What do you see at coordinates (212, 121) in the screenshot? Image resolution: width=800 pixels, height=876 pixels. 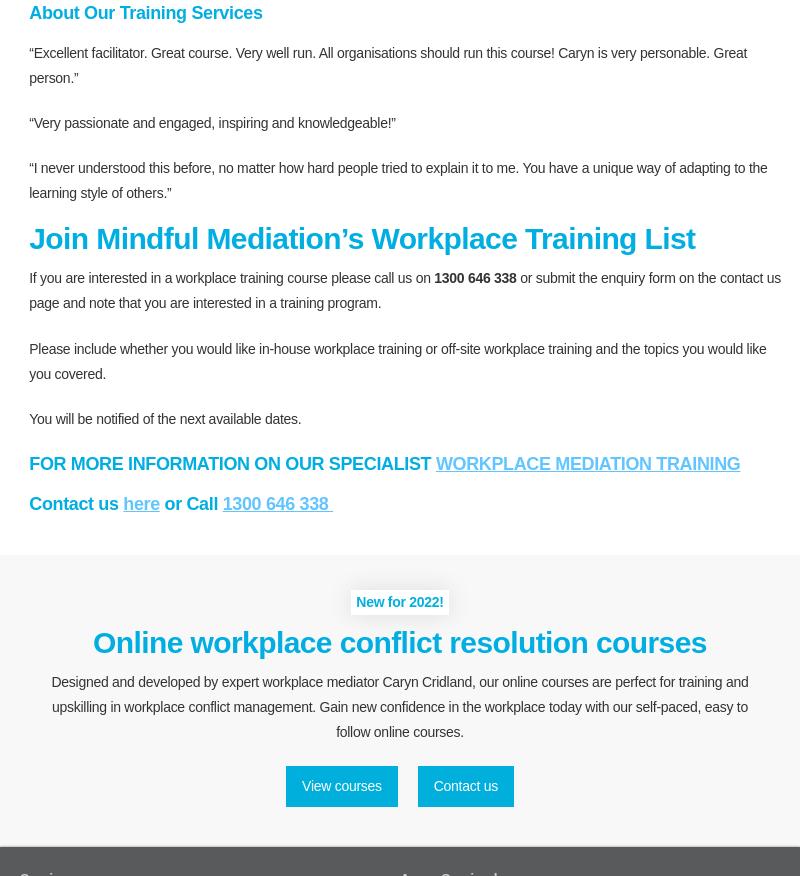 I see `'“Very passionate and engaged, inspiring and knowledgeable!”'` at bounding box center [212, 121].